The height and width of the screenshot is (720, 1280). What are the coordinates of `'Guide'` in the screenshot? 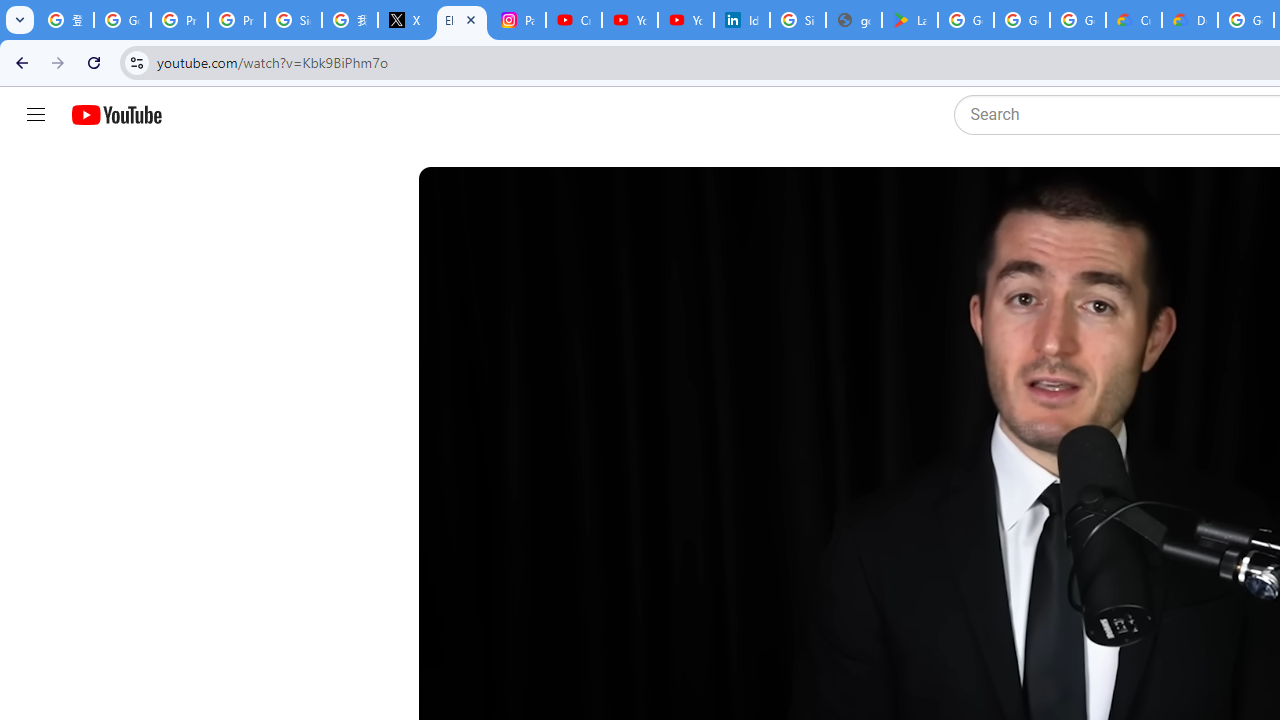 It's located at (35, 115).